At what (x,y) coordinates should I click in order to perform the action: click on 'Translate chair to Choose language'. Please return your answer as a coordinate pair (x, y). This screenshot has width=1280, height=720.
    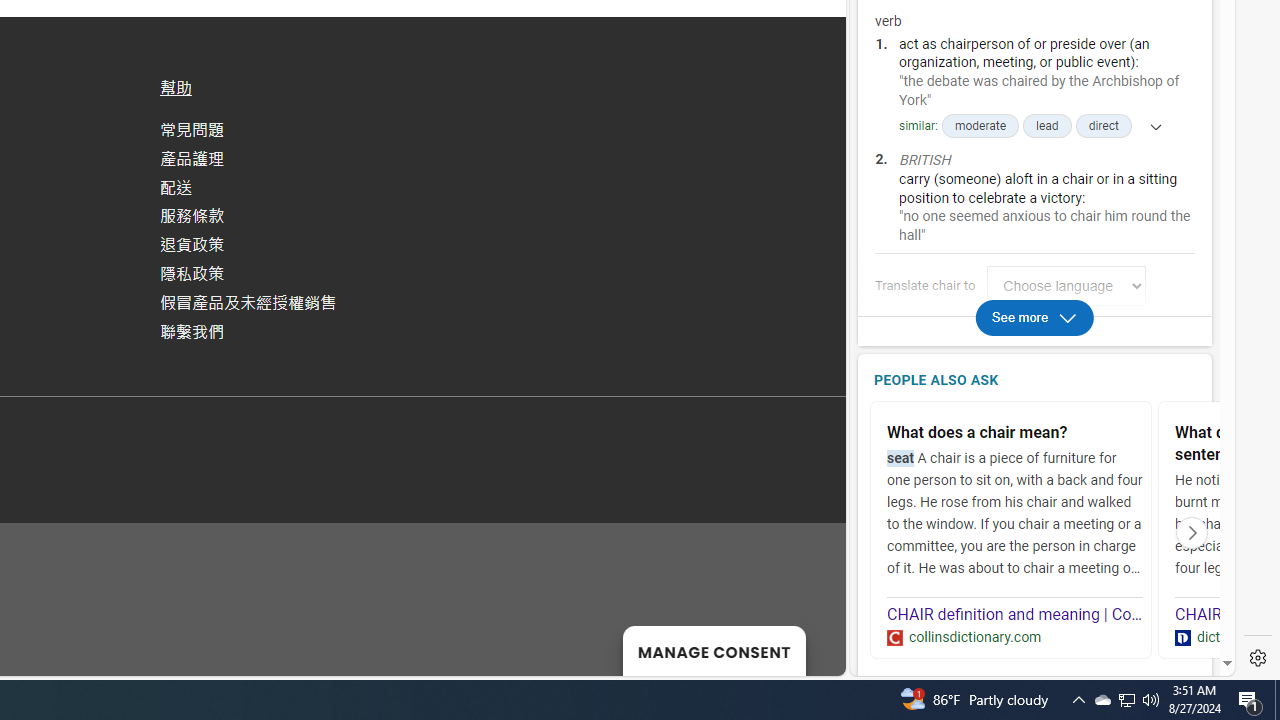
    Looking at the image, I should click on (1065, 286).